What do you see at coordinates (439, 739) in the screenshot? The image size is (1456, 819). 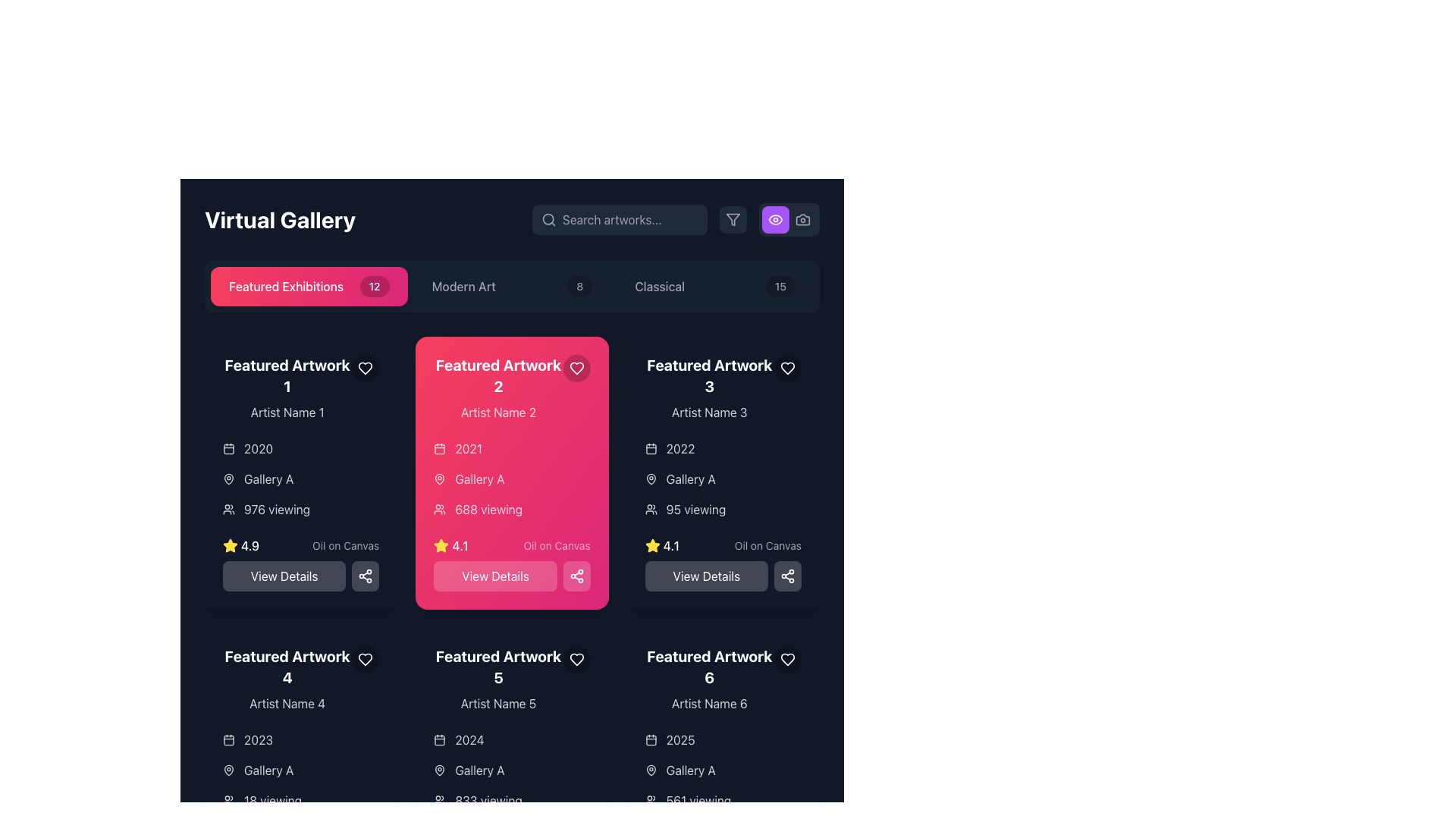 I see `the graphical shape element of the calendar icon located at the center of the calendar icon, which is adjacent to the textual label under 'Featured Artwork 5'` at bounding box center [439, 739].